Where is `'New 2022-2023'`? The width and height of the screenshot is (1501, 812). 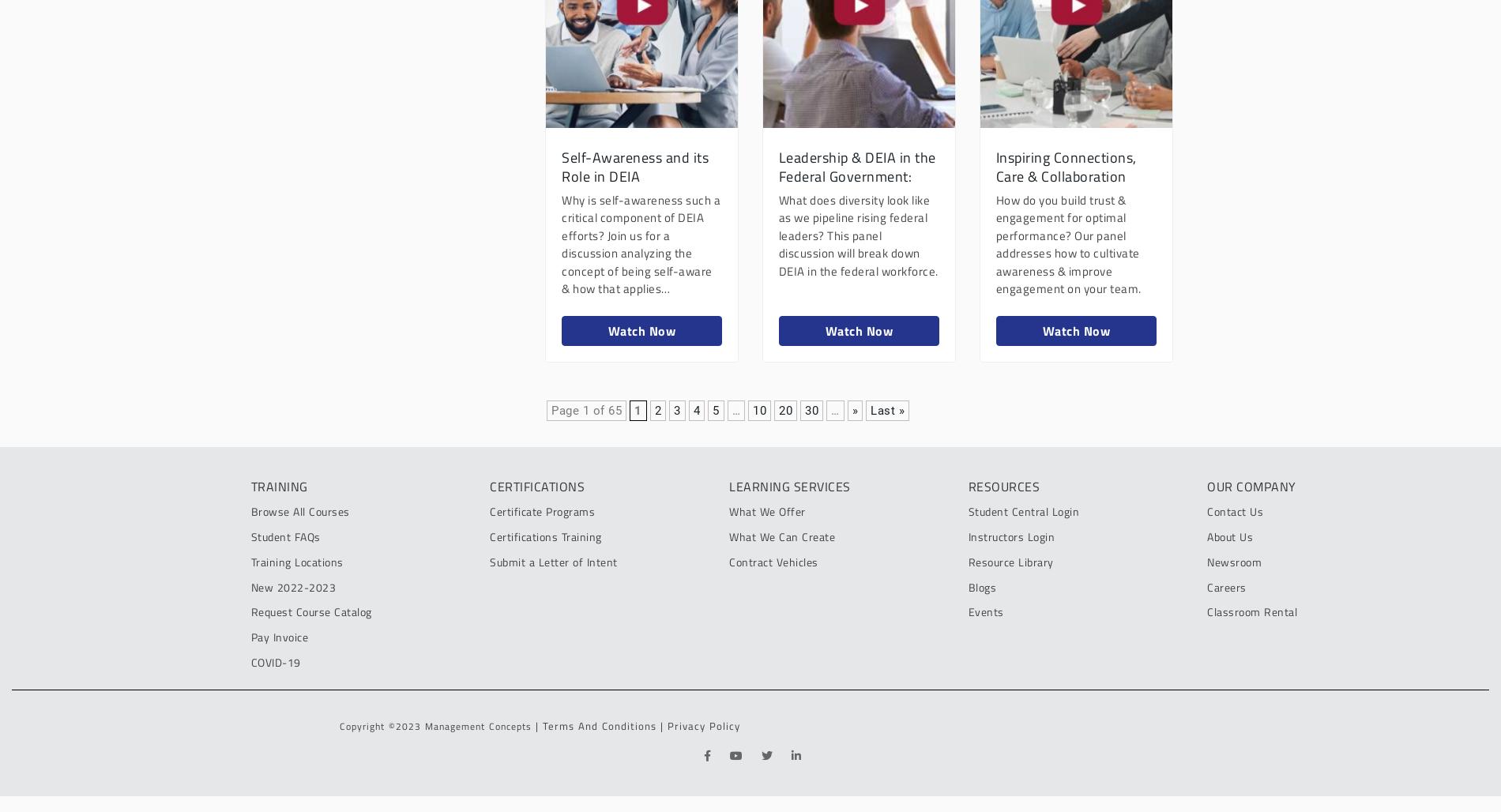 'New 2022-2023' is located at coordinates (292, 585).